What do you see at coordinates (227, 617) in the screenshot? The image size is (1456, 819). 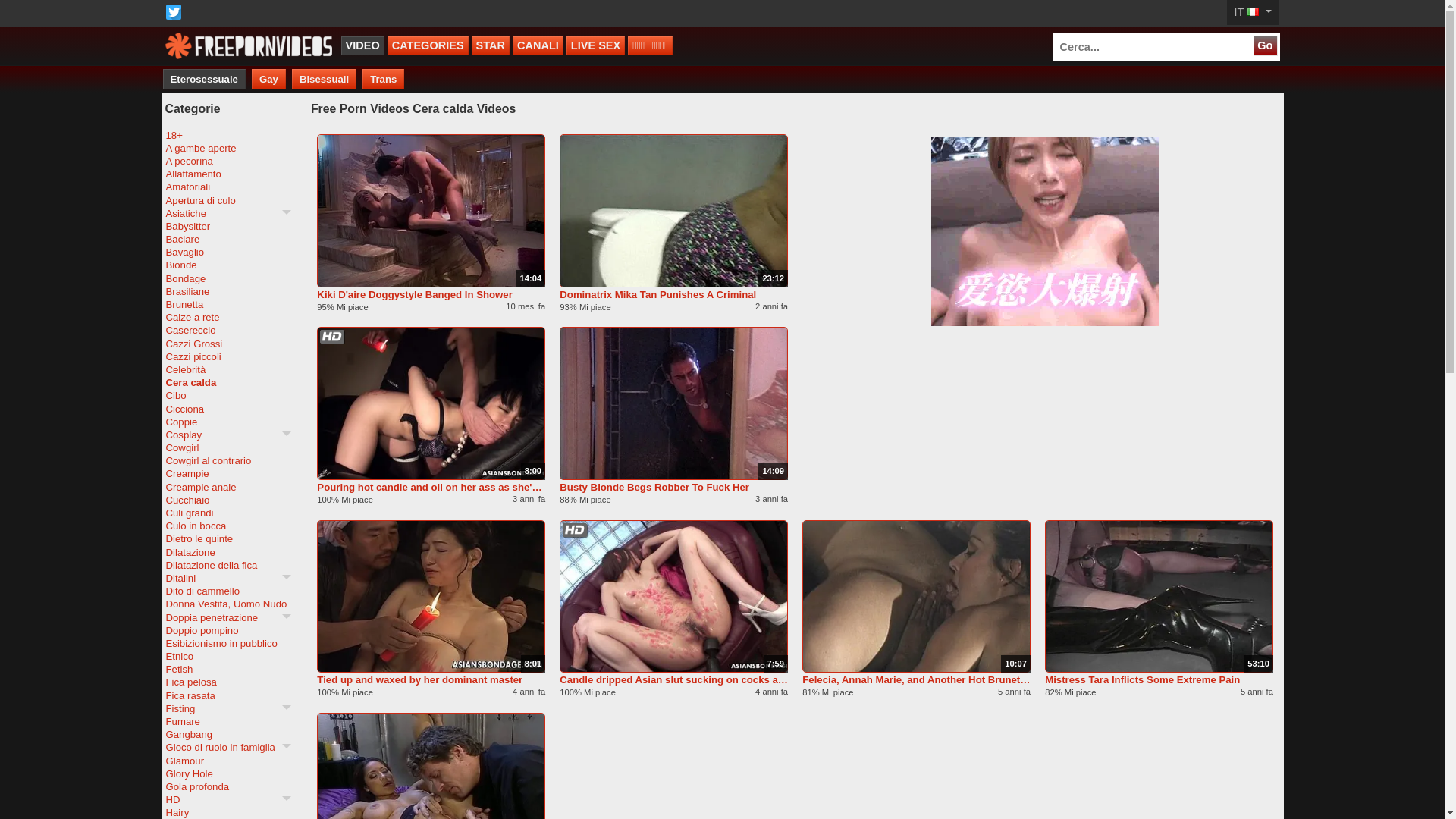 I see `'Doppia penetrazione'` at bounding box center [227, 617].